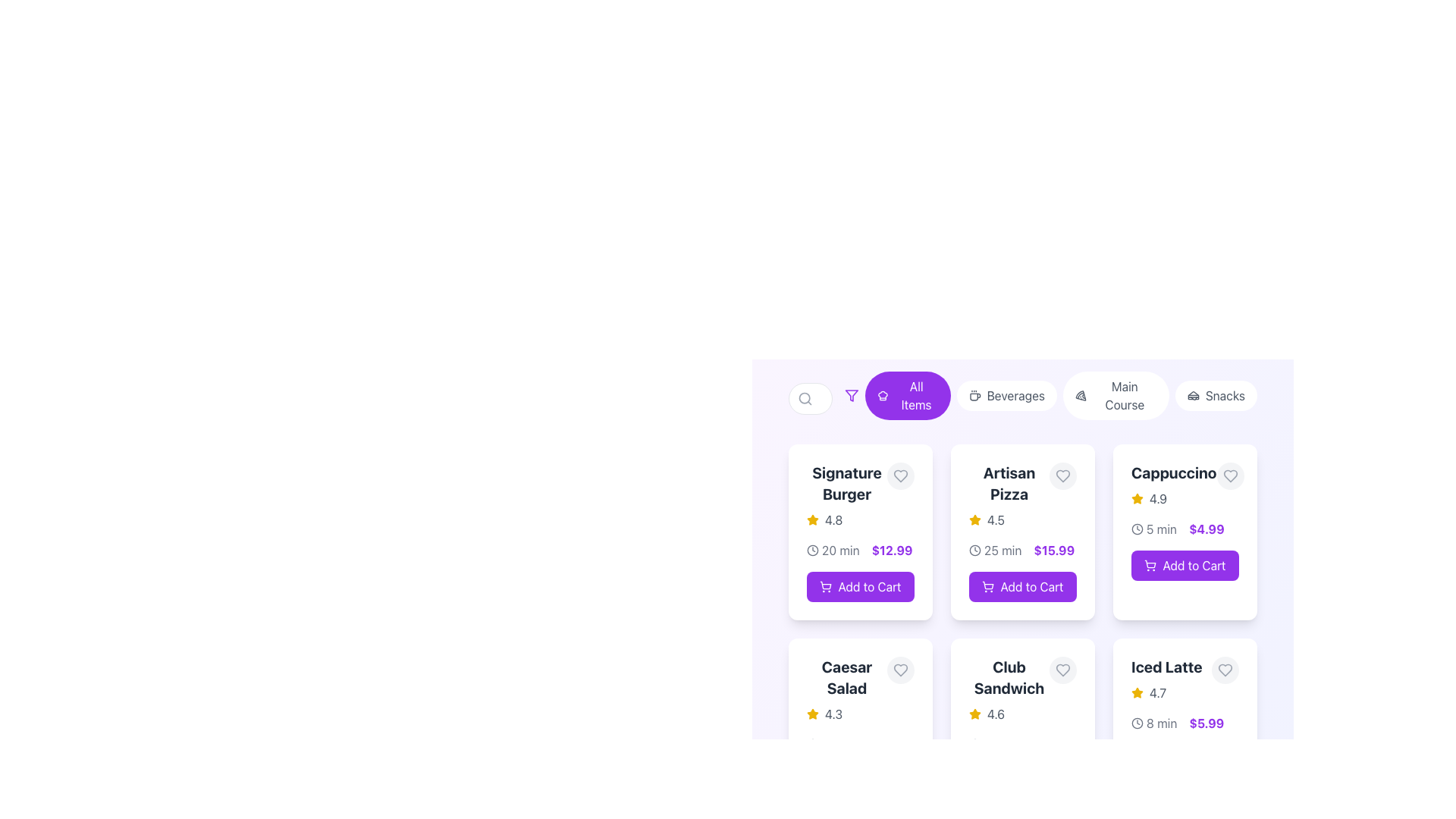 The width and height of the screenshot is (1456, 819). I want to click on the circular outline of the clock within the SVG component, which is a decorative element representing time-related functionality, so click(975, 550).